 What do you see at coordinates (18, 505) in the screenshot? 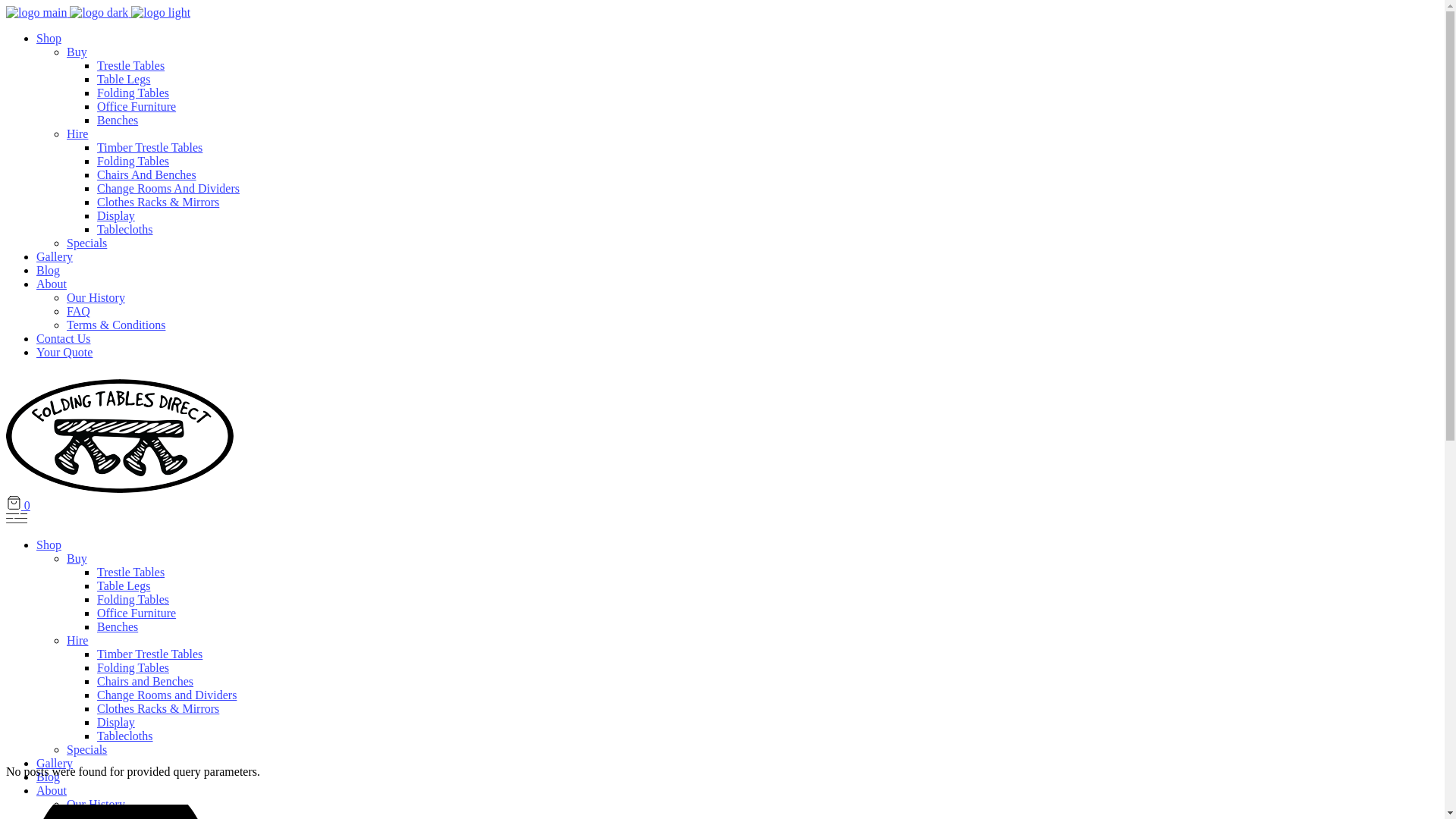
I see `'0'` at bounding box center [18, 505].